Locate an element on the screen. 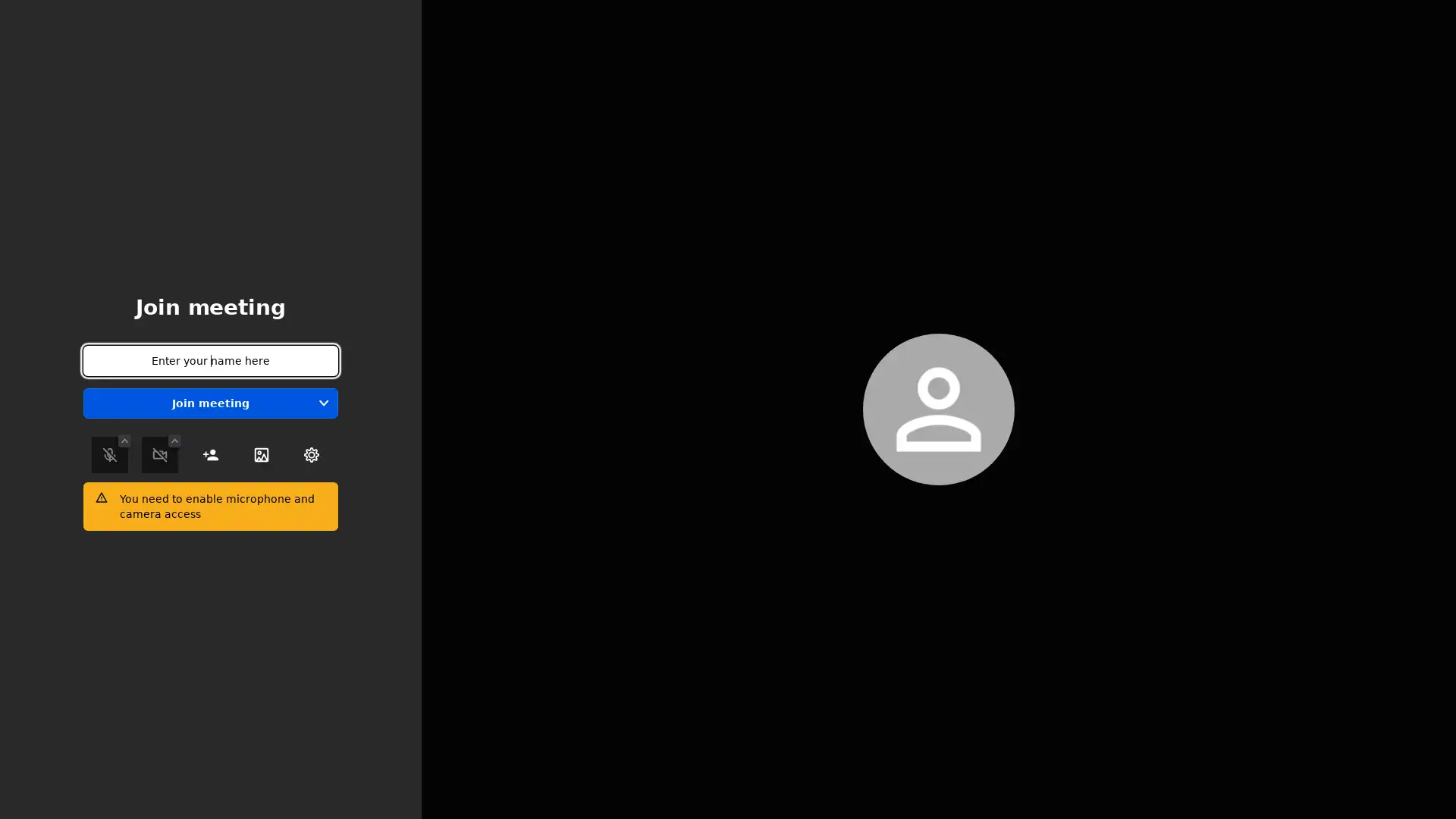 The height and width of the screenshot is (819, 1456). Invite people is located at coordinates (209, 454).